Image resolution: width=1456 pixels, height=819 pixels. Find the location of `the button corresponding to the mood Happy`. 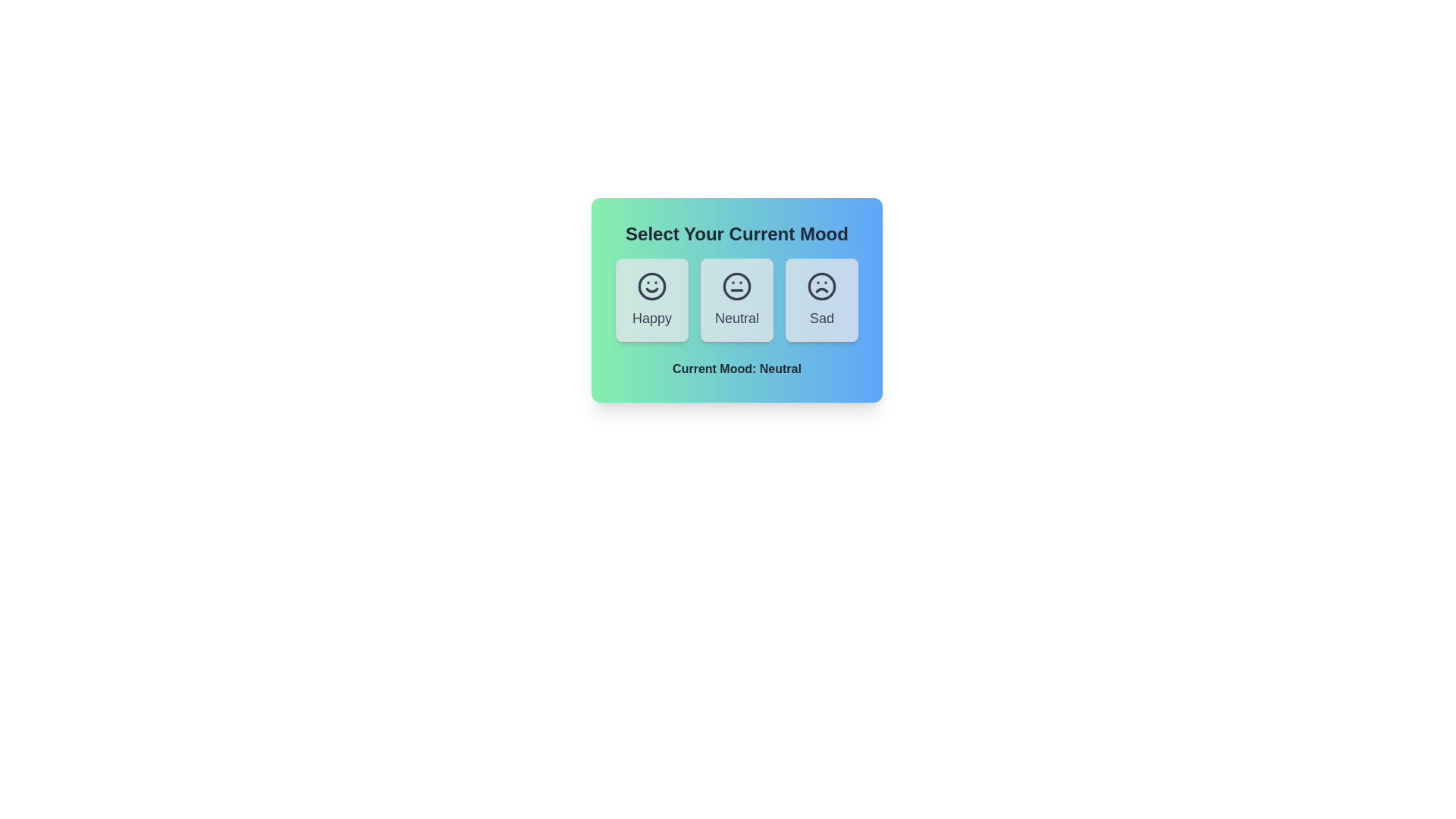

the button corresponding to the mood Happy is located at coordinates (651, 300).